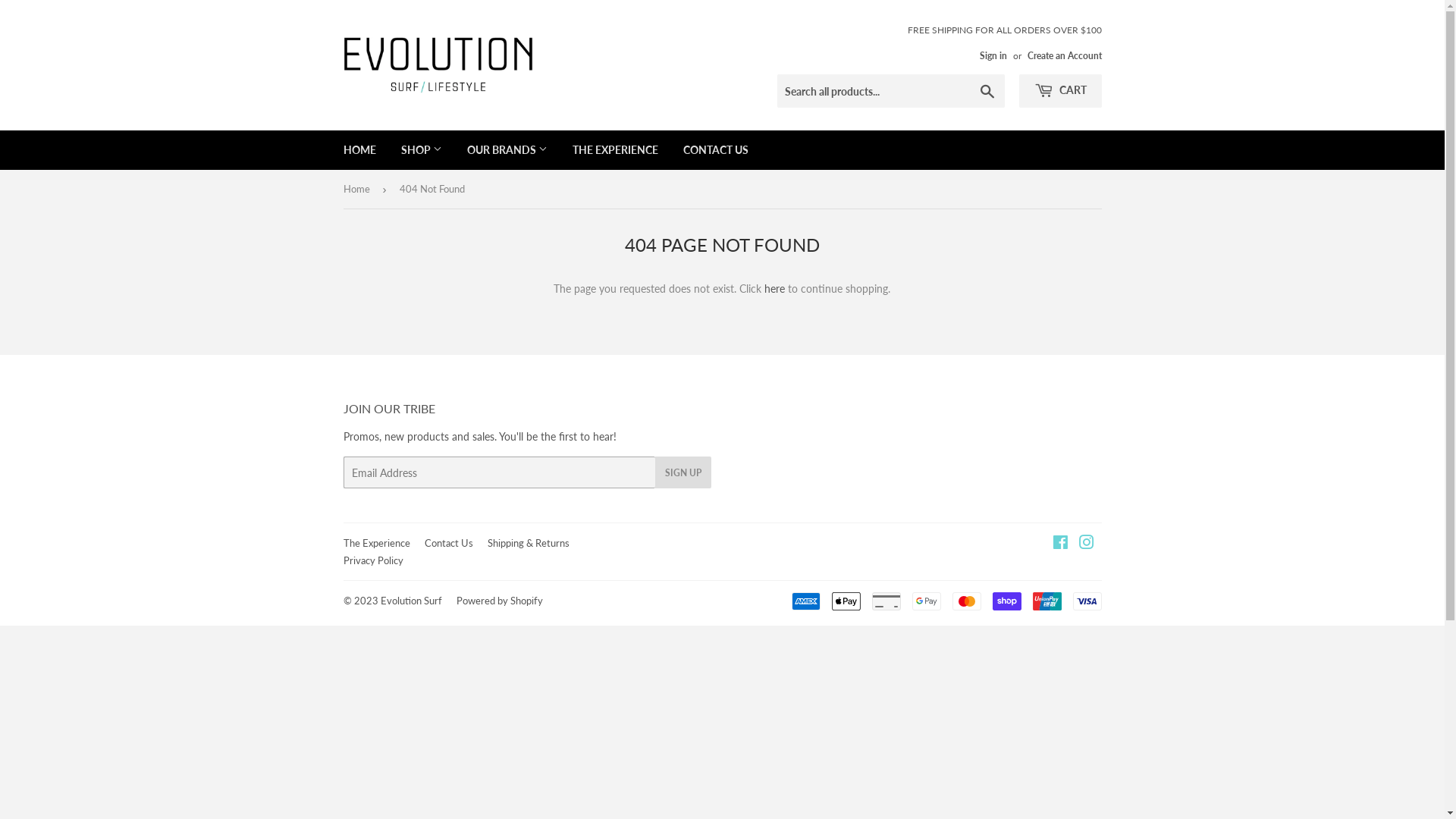  Describe the element at coordinates (987, 91) in the screenshot. I see `'Search'` at that location.